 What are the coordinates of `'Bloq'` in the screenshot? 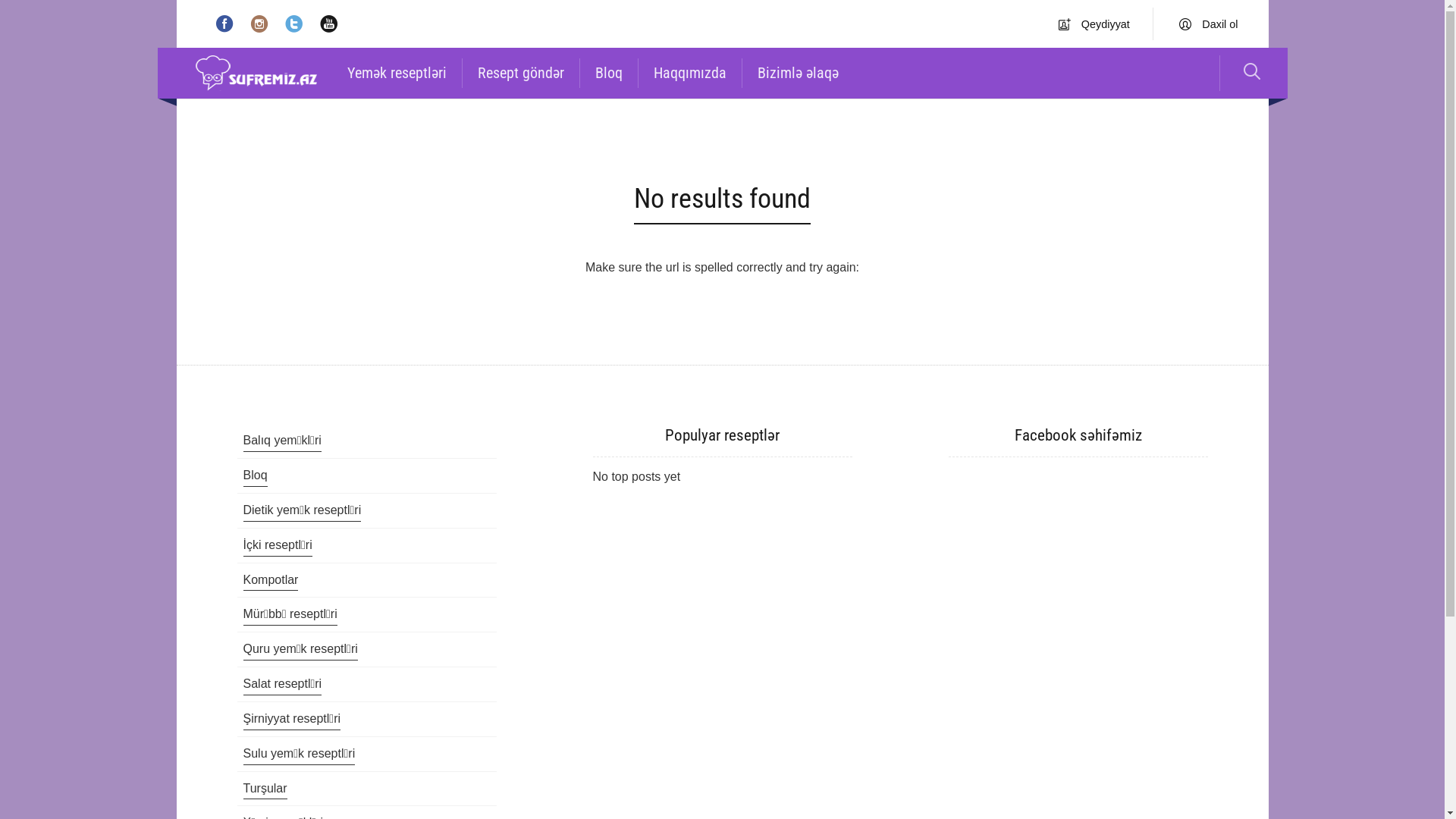 It's located at (607, 73).